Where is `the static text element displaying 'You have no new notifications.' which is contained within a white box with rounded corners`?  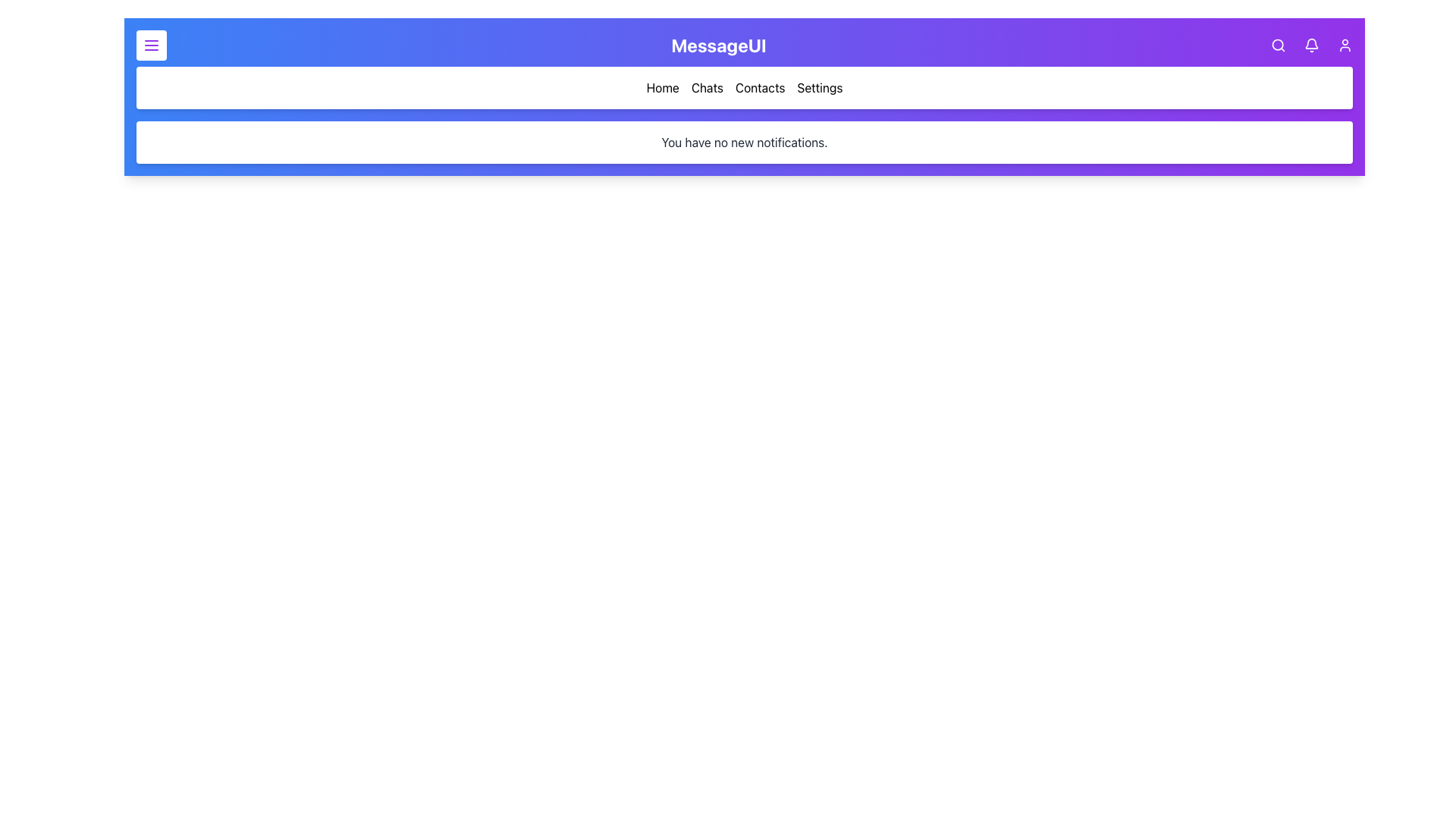
the static text element displaying 'You have no new notifications.' which is contained within a white box with rounded corners is located at coordinates (745, 143).